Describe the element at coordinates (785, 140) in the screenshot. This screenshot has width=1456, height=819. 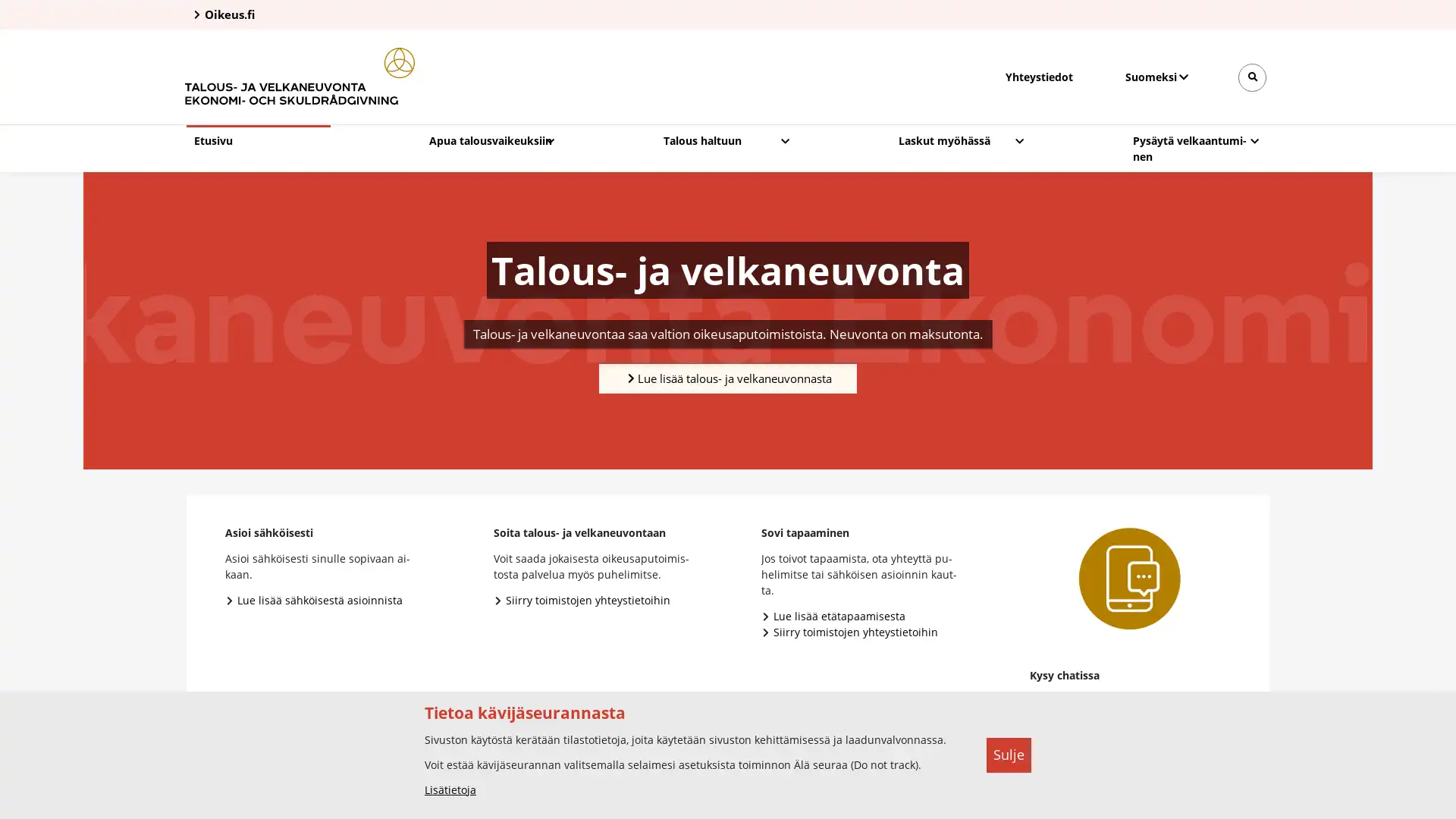
I see `Avaa pudotusvalikko` at that location.